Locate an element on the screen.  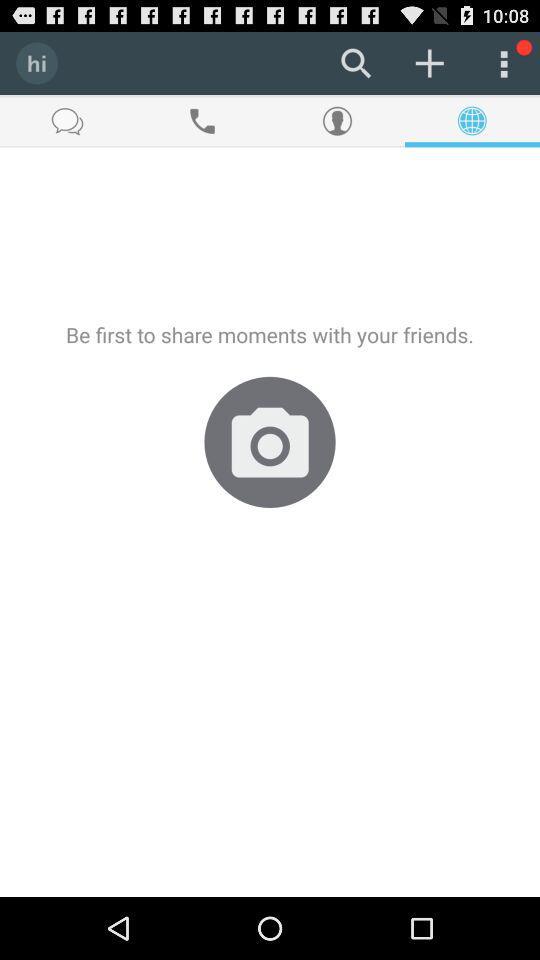
item below be first to is located at coordinates (270, 442).